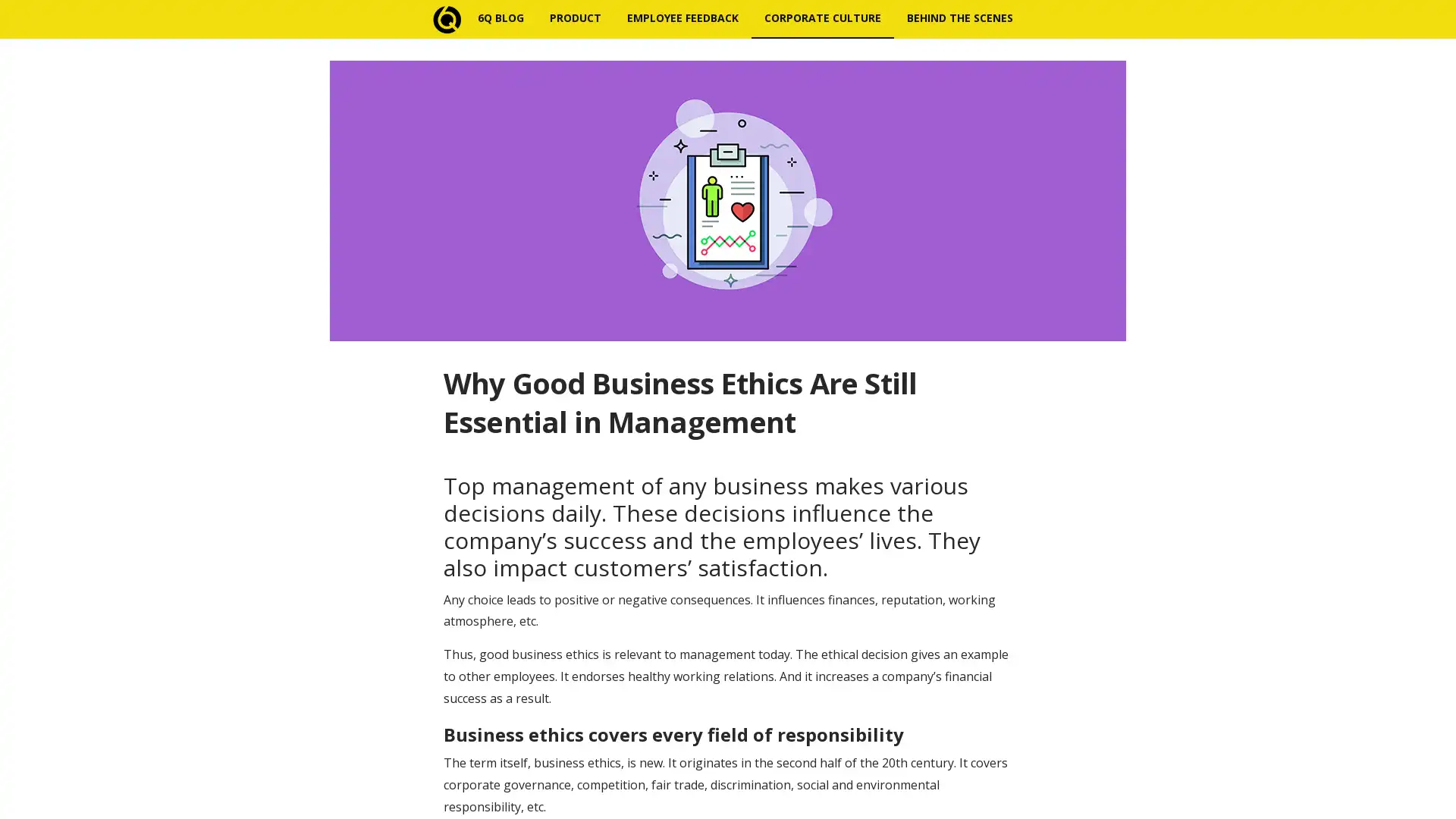 The image size is (1456, 819). What do you see at coordinates (895, 797) in the screenshot?
I see `Subscribe` at bounding box center [895, 797].